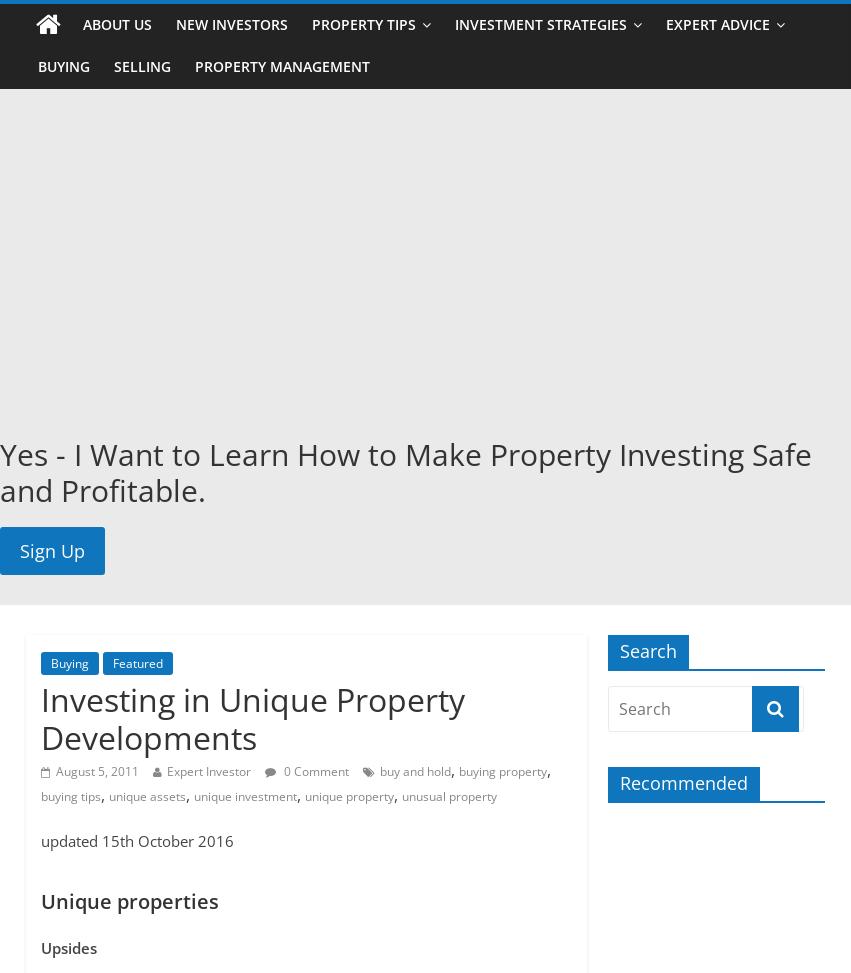 The height and width of the screenshot is (973, 851). What do you see at coordinates (0, 471) in the screenshot?
I see `'Yes - I Want to Learn How to Make Property Investing Safe and Profitable.'` at bounding box center [0, 471].